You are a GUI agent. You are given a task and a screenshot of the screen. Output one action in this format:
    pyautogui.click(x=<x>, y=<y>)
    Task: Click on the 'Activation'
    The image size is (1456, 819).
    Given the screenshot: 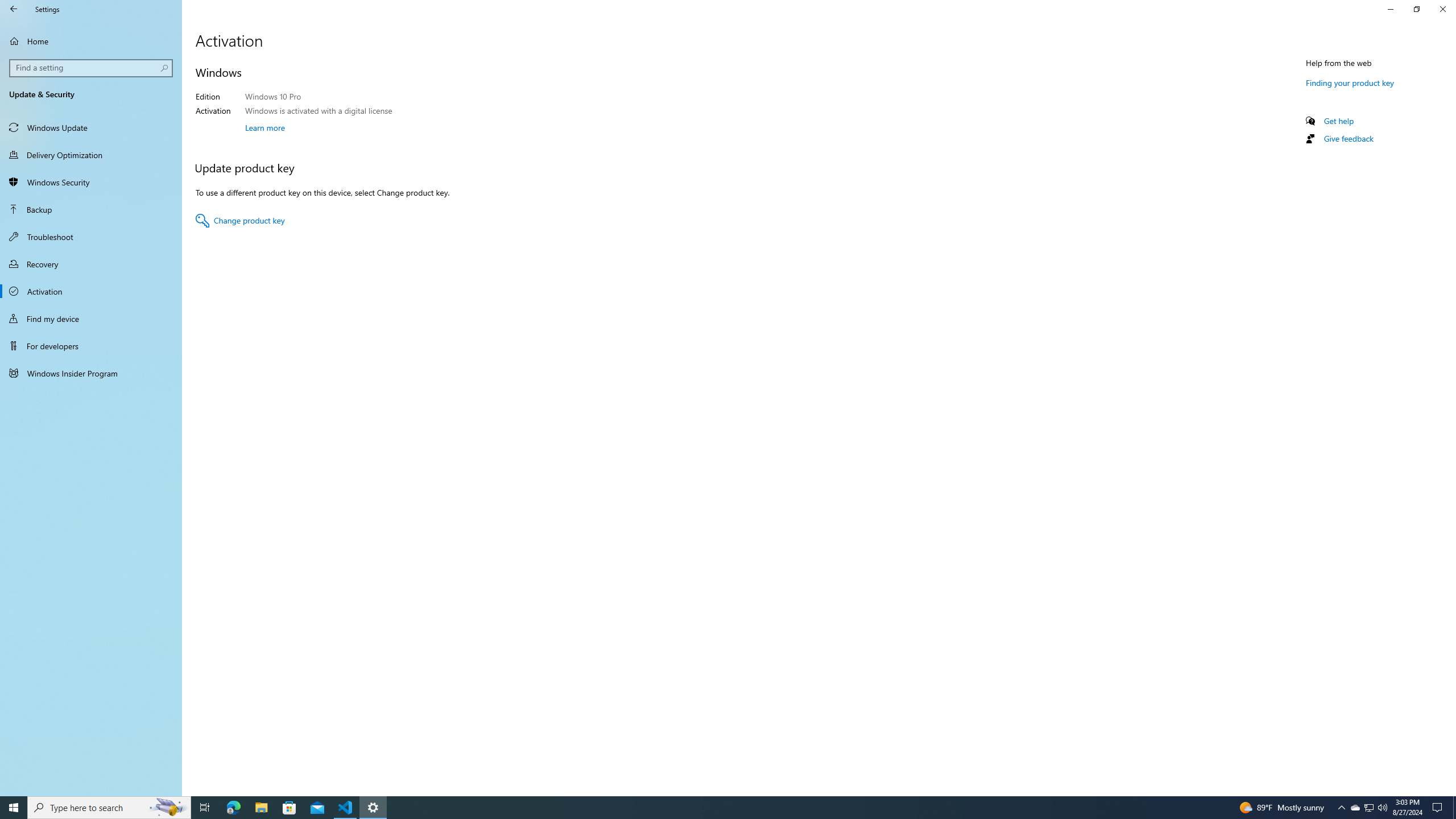 What is the action you would take?
    pyautogui.click(x=90, y=290)
    